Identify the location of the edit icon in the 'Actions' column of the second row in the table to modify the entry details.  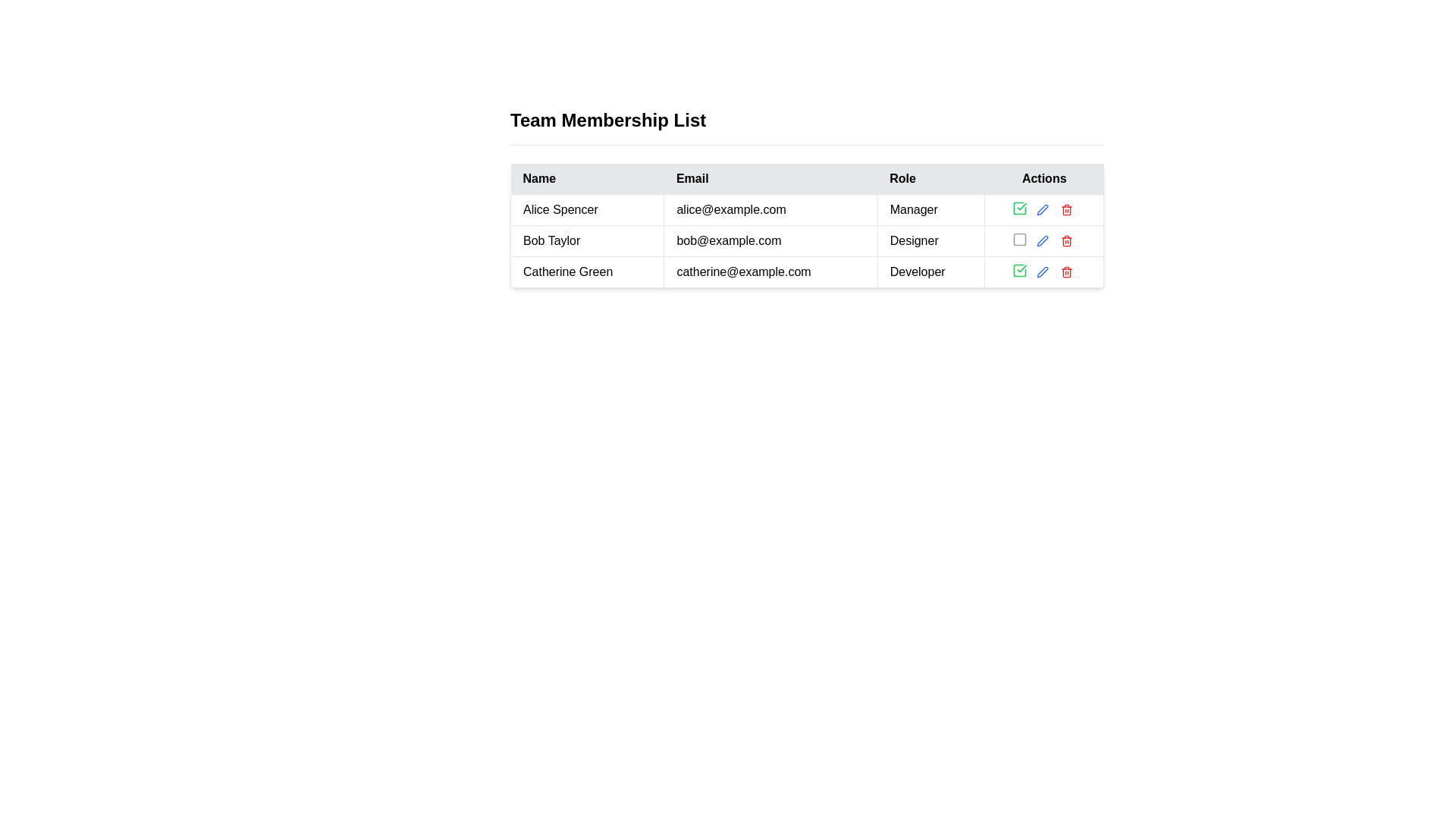
(1042, 210).